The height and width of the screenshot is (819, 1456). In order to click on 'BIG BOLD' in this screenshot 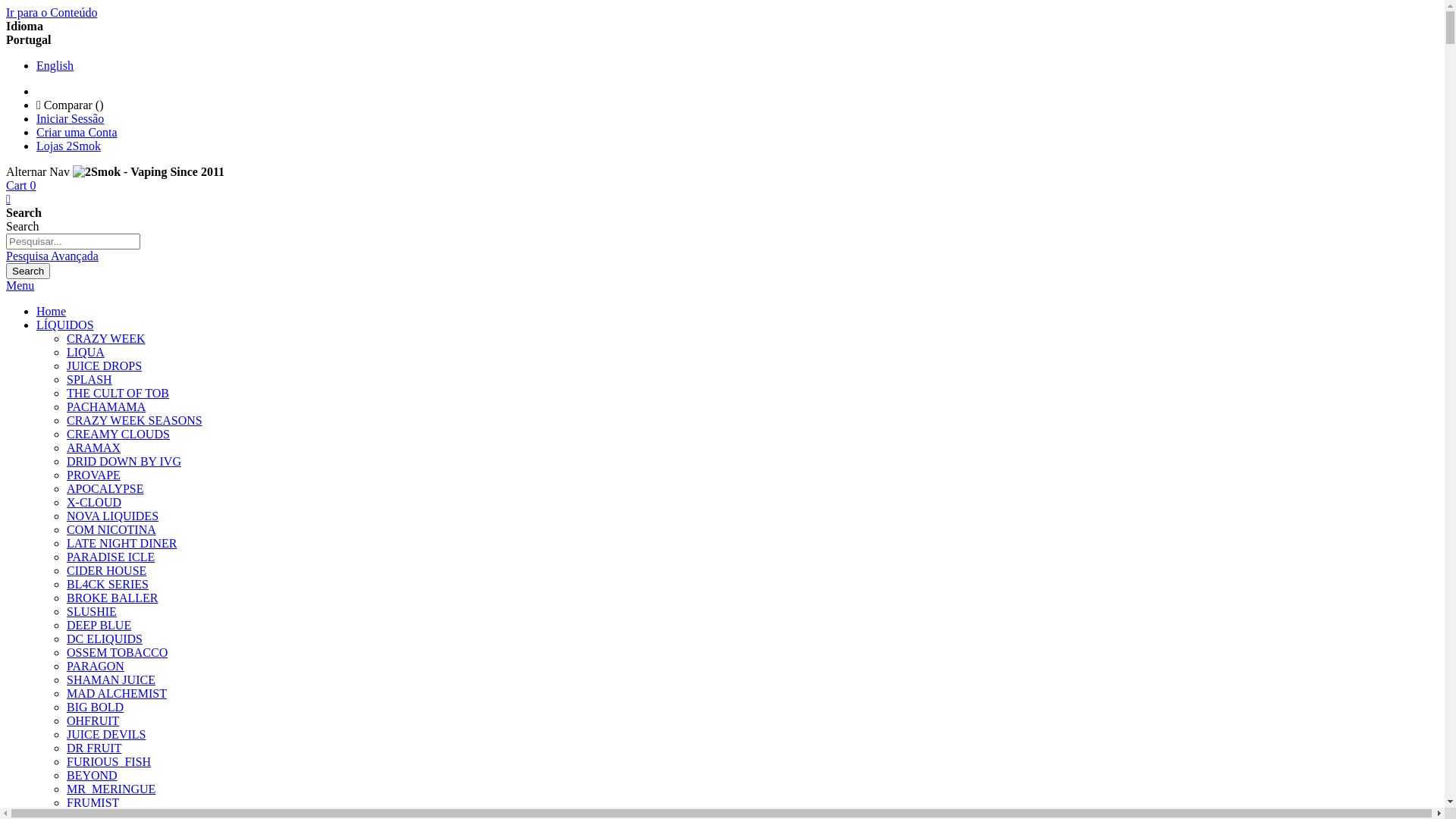, I will do `click(94, 707)`.